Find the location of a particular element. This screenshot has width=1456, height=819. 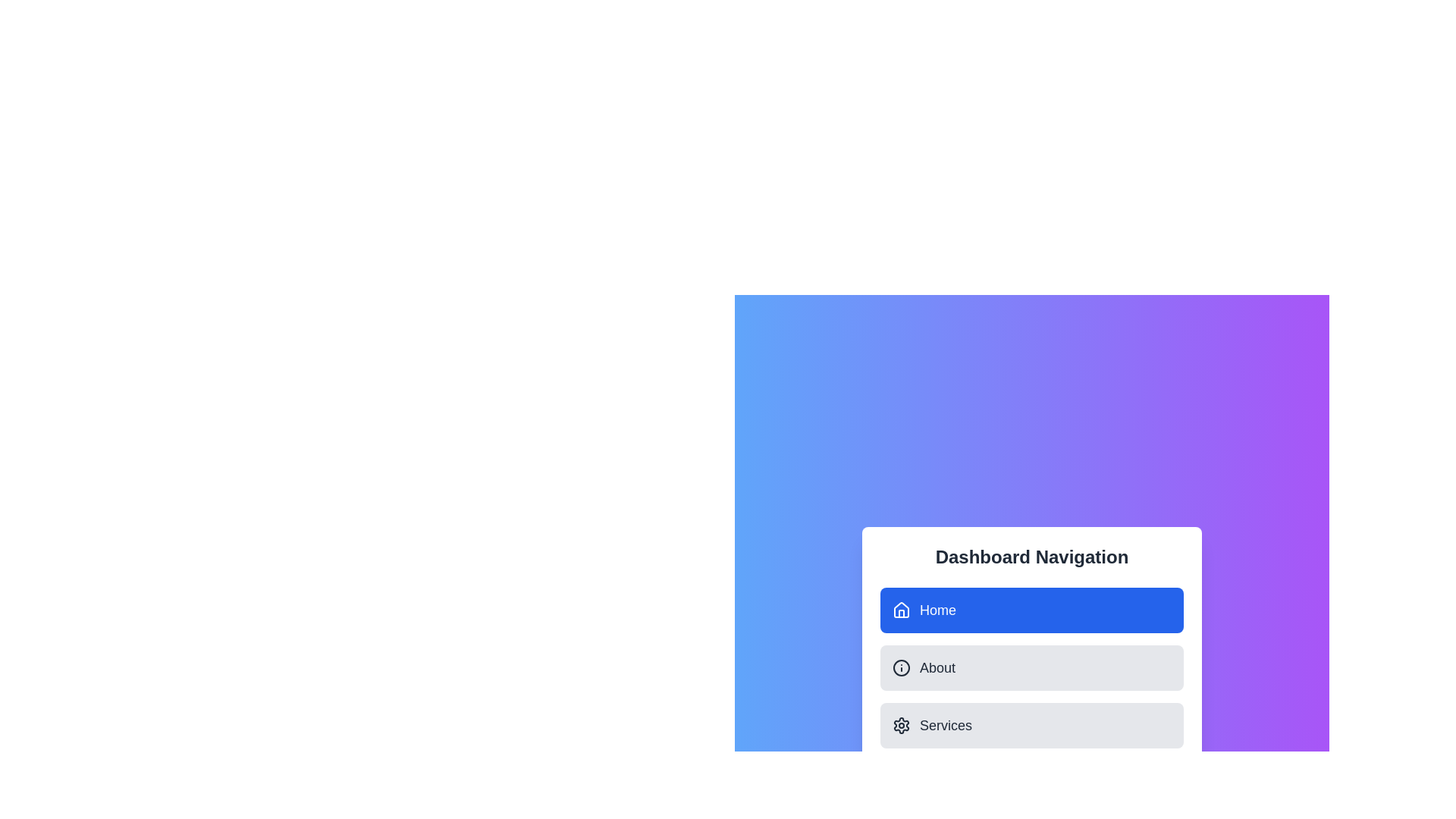

the 'About' text label, which is styled in medium font size, bold weight, and dark gray color, located in the middle segment of a vertical navigation list is located at coordinates (937, 667).